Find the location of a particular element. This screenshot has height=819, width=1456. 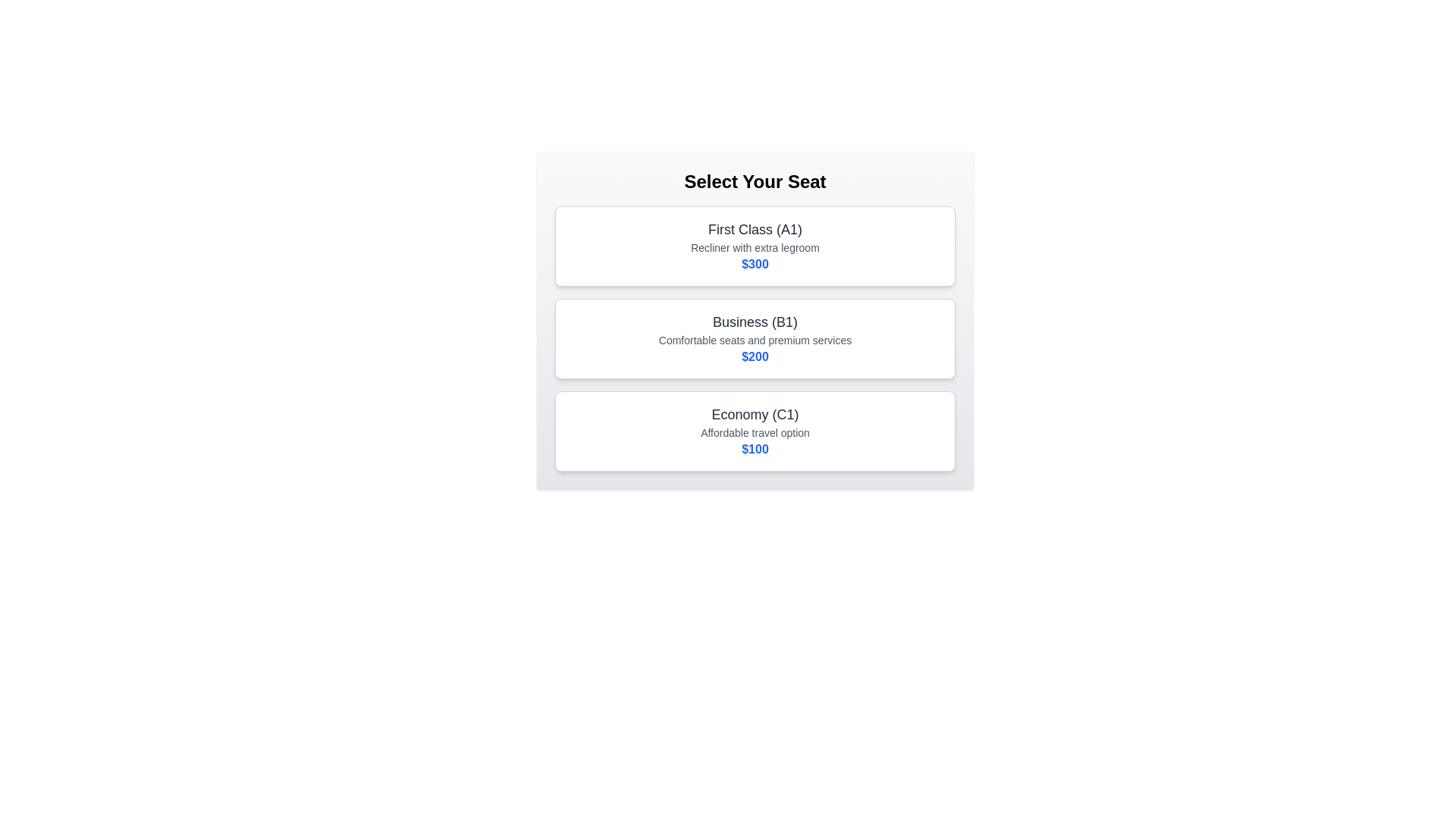

the vertically stacked list of selection options for travel classes located below the heading 'Select Your Seat' is located at coordinates (755, 338).